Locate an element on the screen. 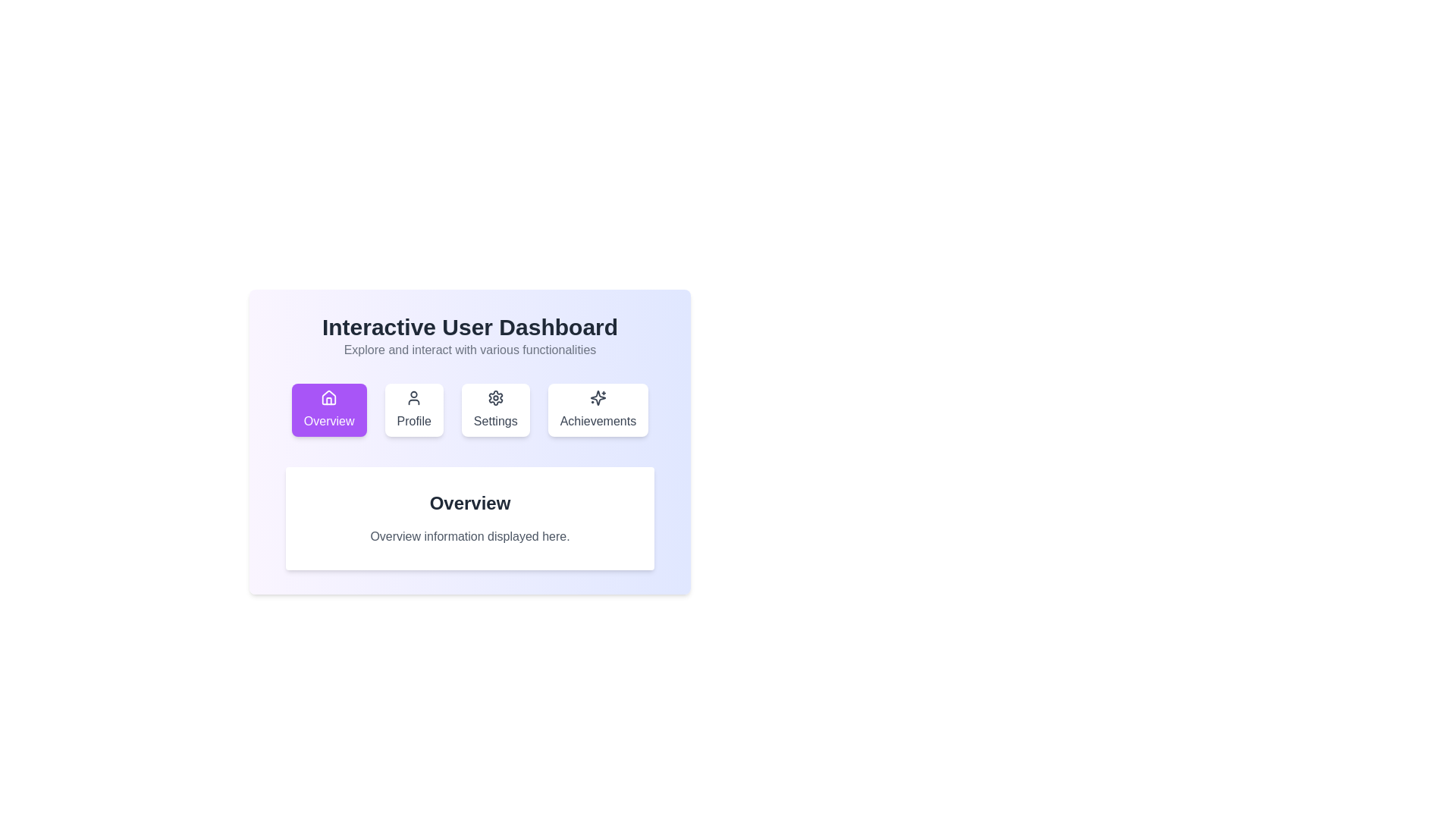 The height and width of the screenshot is (819, 1456). the Text label within the button in the top-left corner is located at coordinates (328, 421).